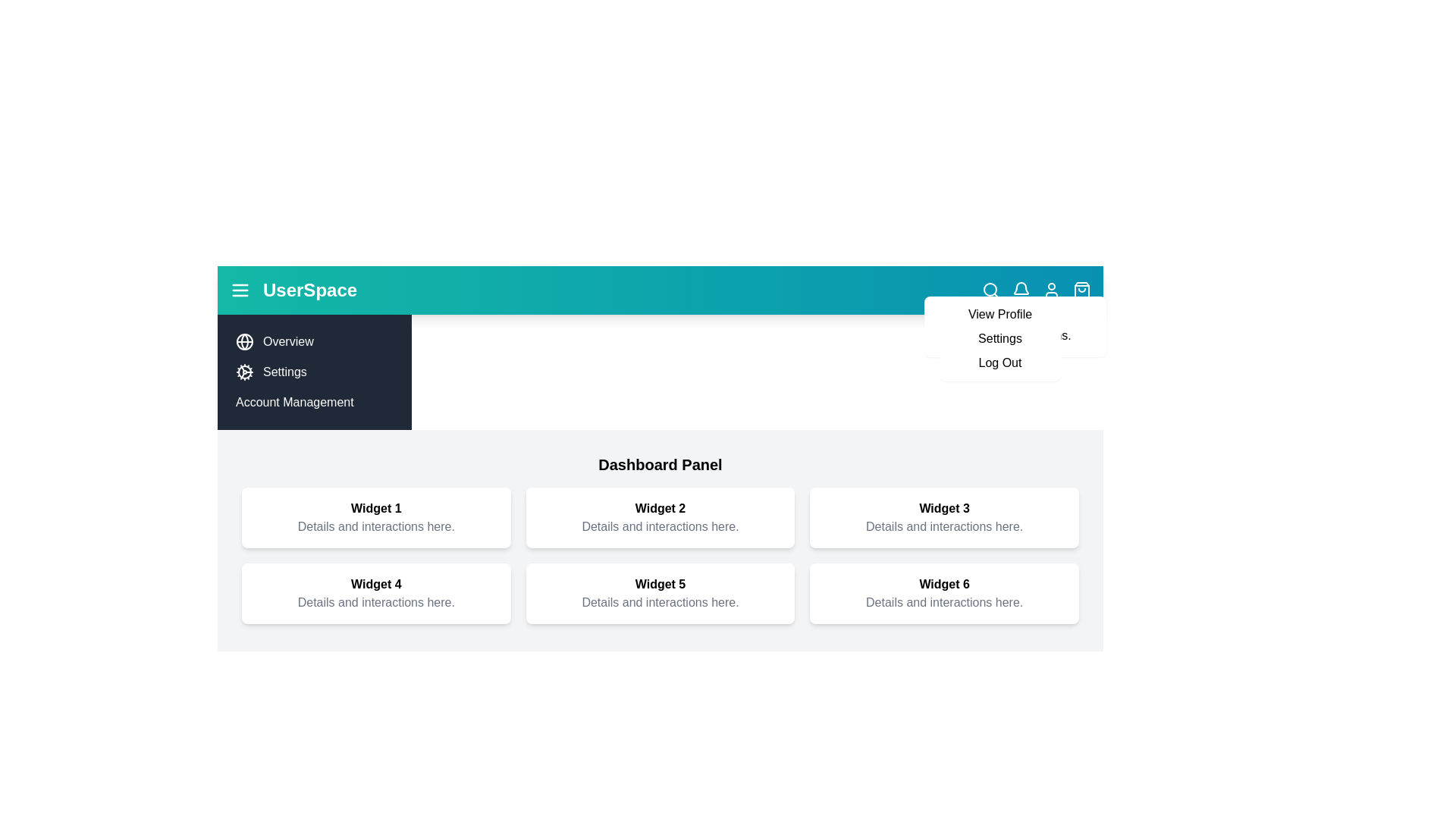 The image size is (1456, 819). I want to click on the user profile button, which is the sixth icon in the horizontal group of icons at the top-right corner of the page, positioned between the bell notification icon and the shopping bag icon, so click(1051, 290).